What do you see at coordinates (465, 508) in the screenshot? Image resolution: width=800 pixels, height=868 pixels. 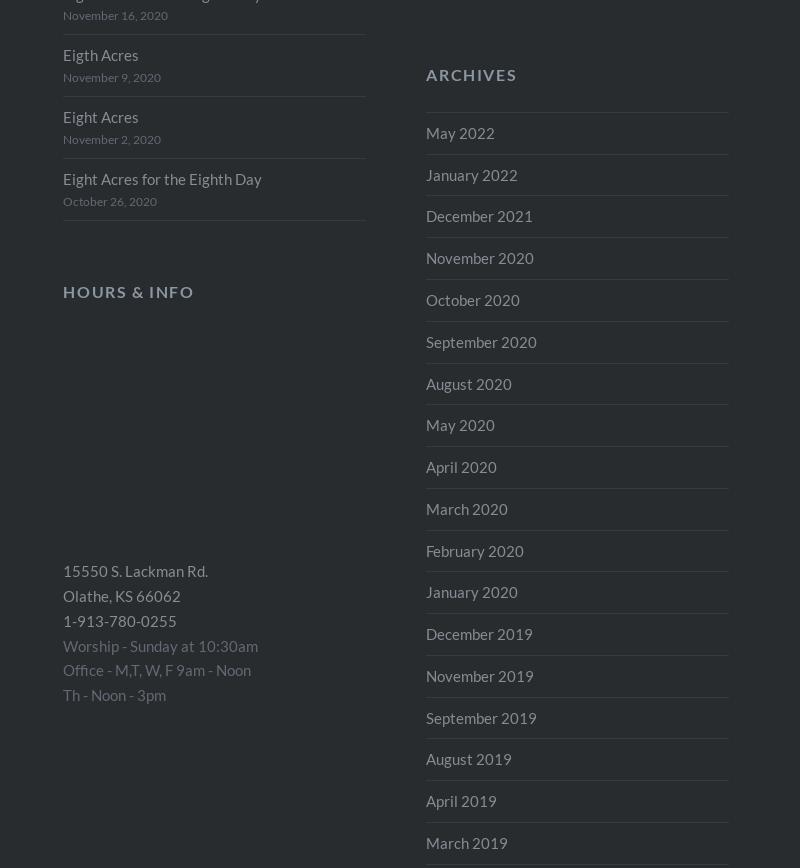 I see `'March 2020'` at bounding box center [465, 508].